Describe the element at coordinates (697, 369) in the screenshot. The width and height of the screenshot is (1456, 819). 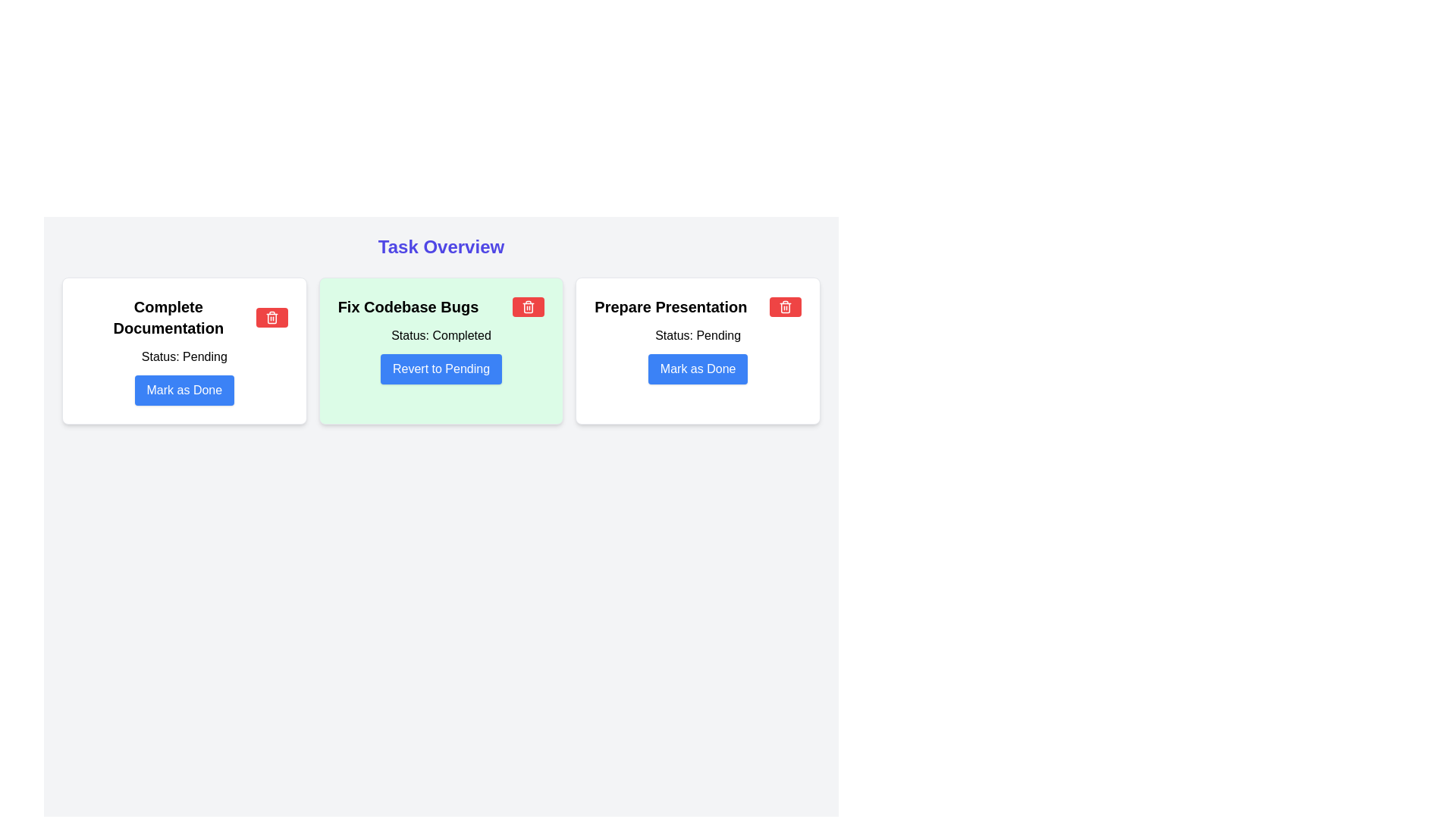
I see `the 'Mark as Done' button, which is a rectangular button with a blue background and white text, located at the bottom of the rightmost card in the grid` at that location.